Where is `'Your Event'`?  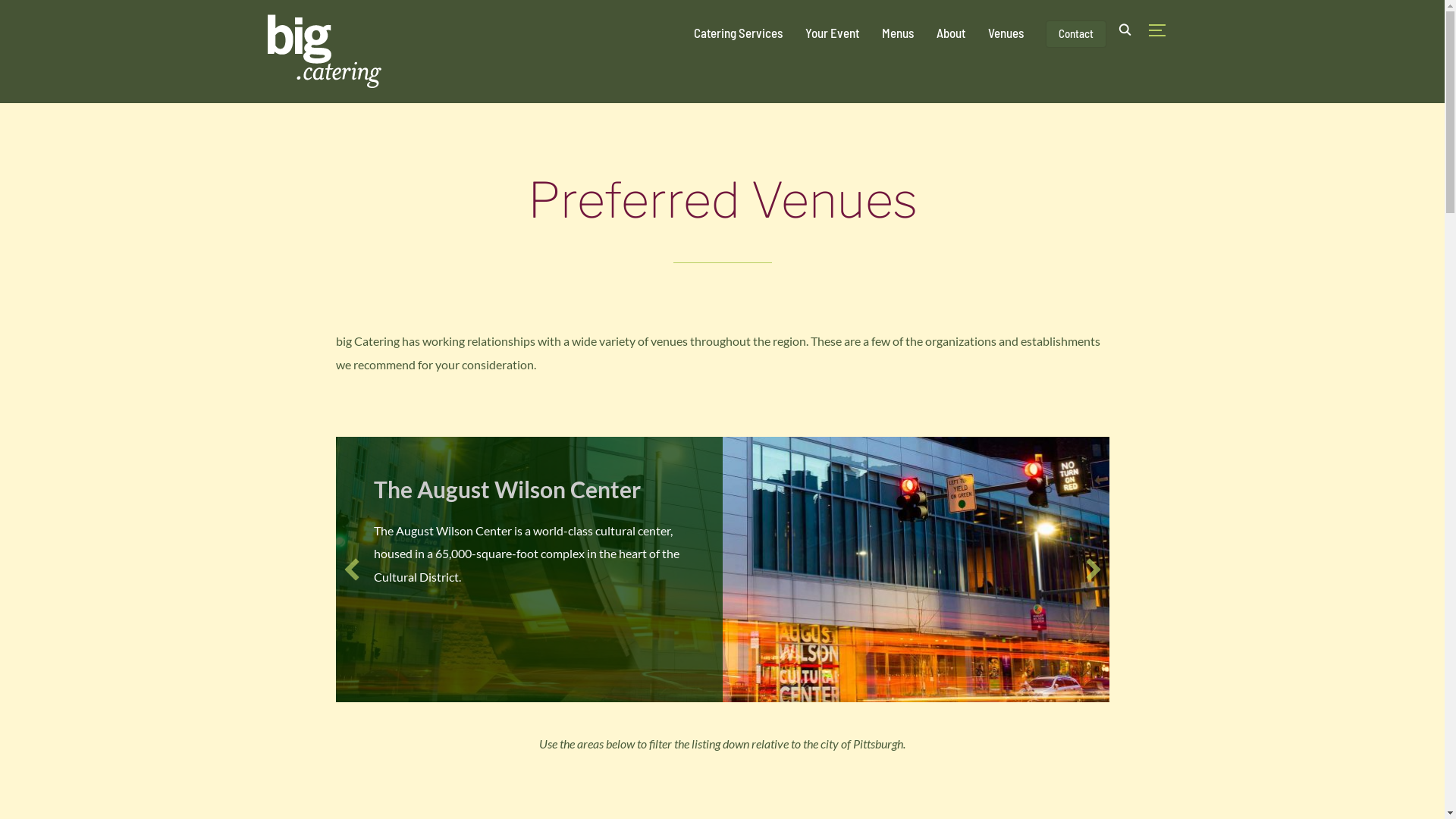
'Your Event' is located at coordinates (831, 32).